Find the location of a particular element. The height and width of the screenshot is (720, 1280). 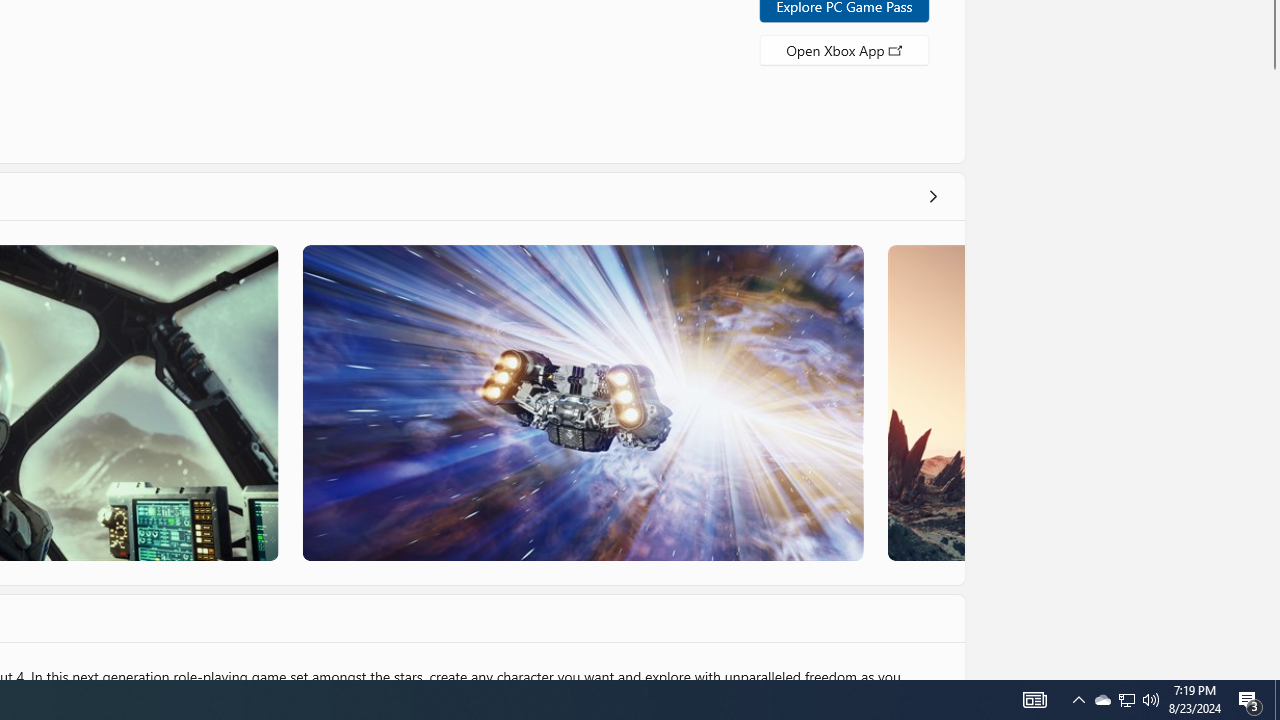

'Open Xbox App' is located at coordinates (844, 48).